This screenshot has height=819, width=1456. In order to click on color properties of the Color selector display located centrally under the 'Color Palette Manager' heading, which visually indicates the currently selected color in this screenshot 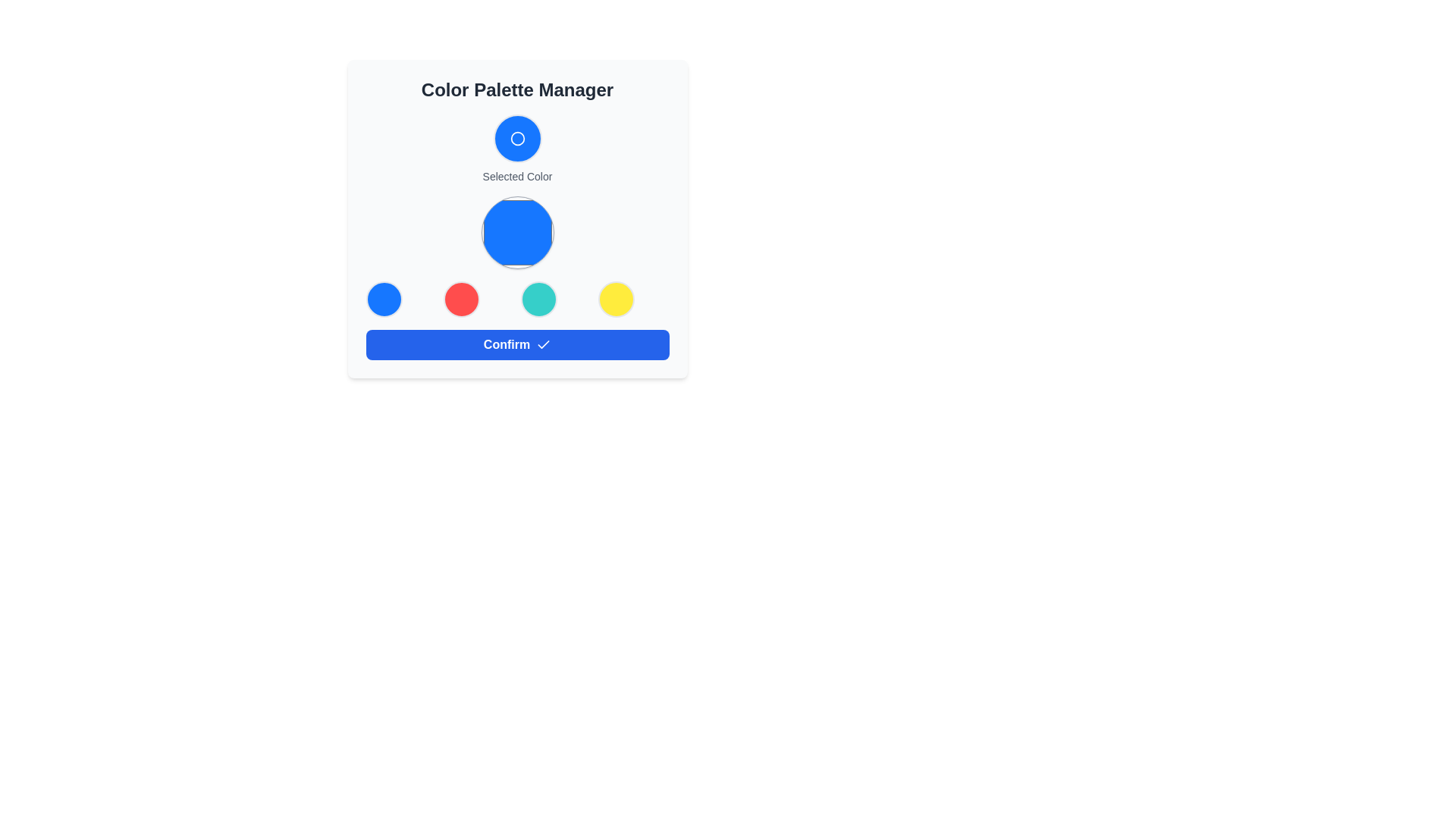, I will do `click(517, 219)`.